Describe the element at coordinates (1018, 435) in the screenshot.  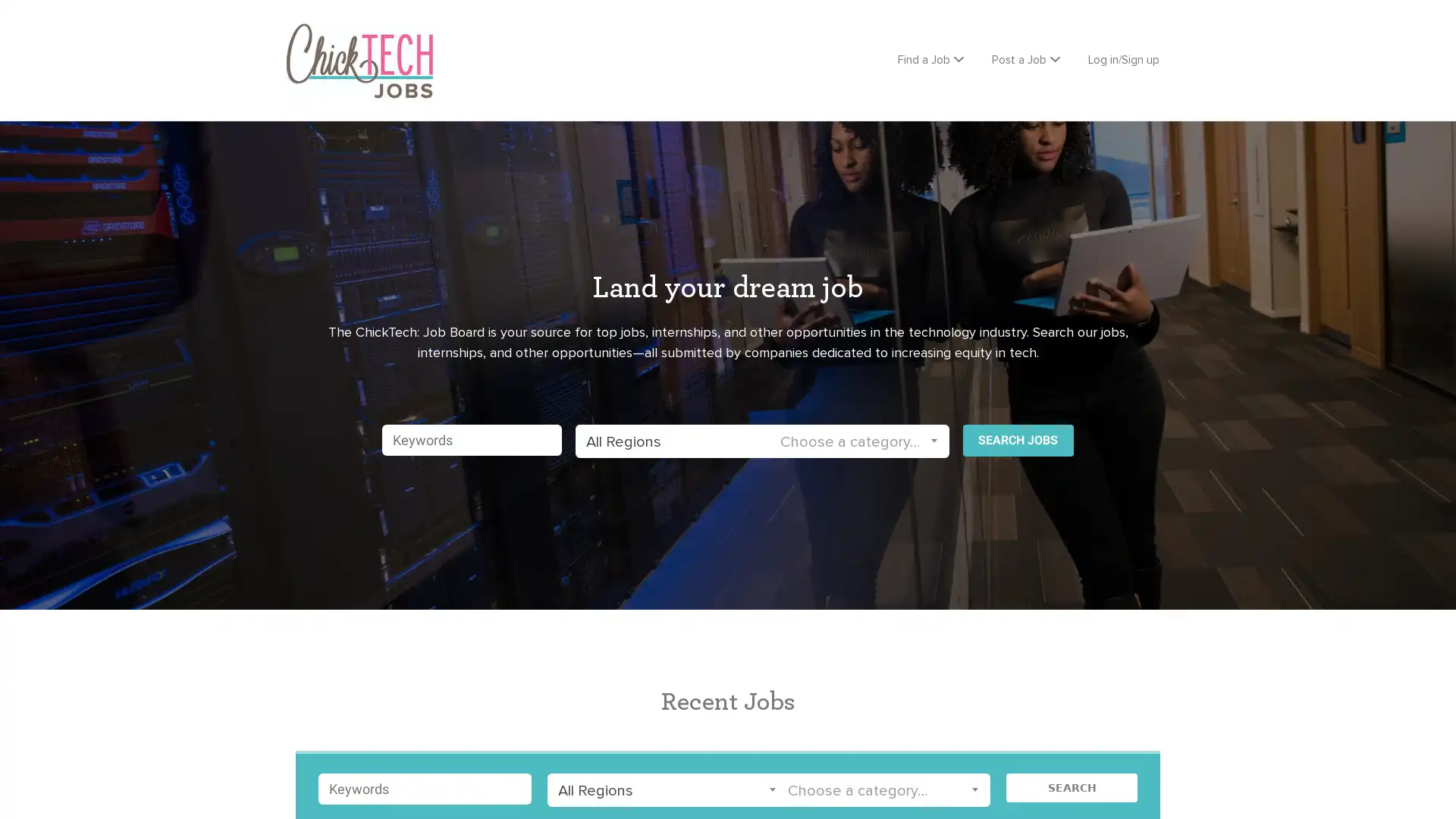
I see `Search Jobs` at that location.